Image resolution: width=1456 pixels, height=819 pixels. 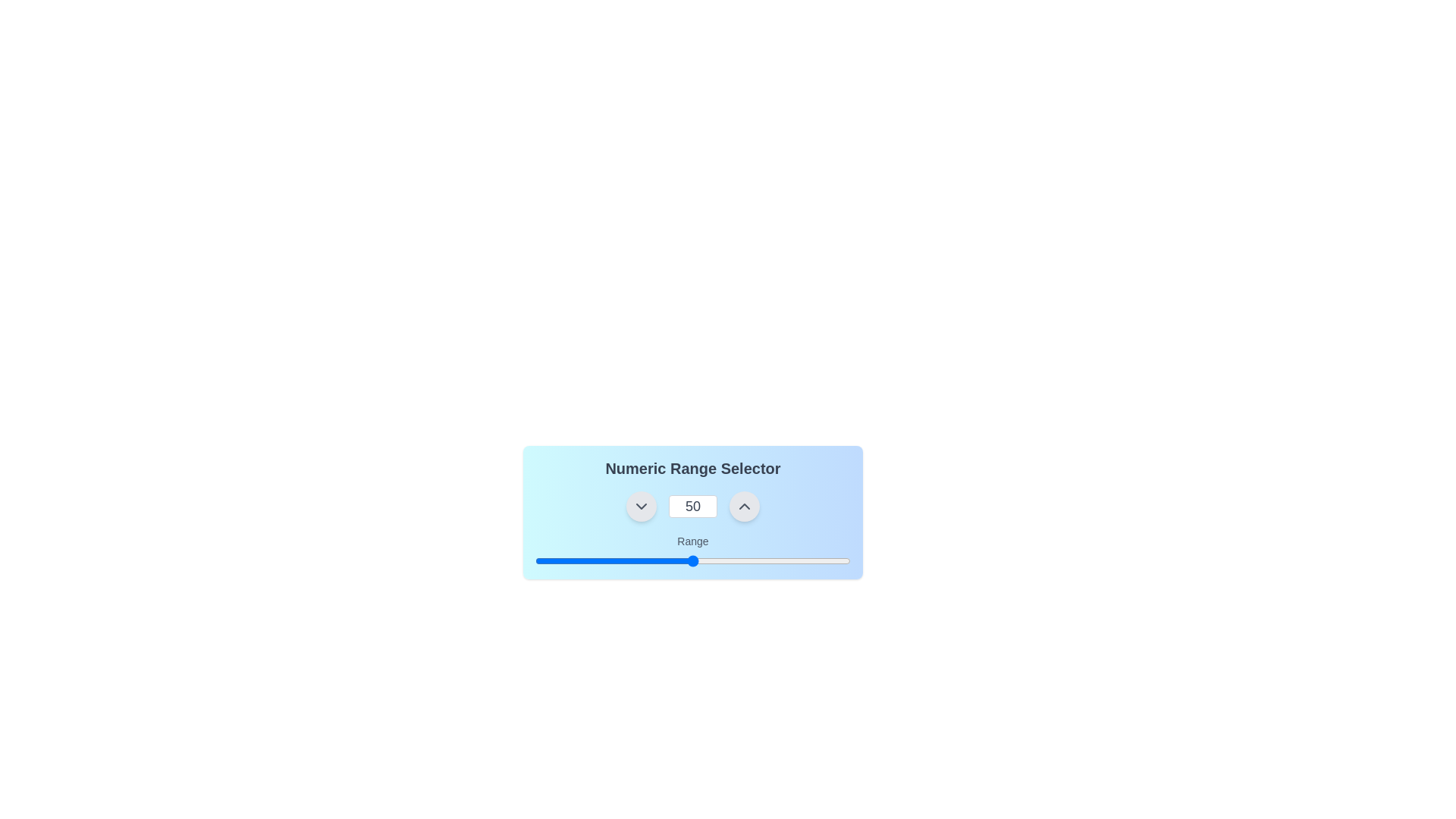 What do you see at coordinates (661, 561) in the screenshot?
I see `the slider` at bounding box center [661, 561].